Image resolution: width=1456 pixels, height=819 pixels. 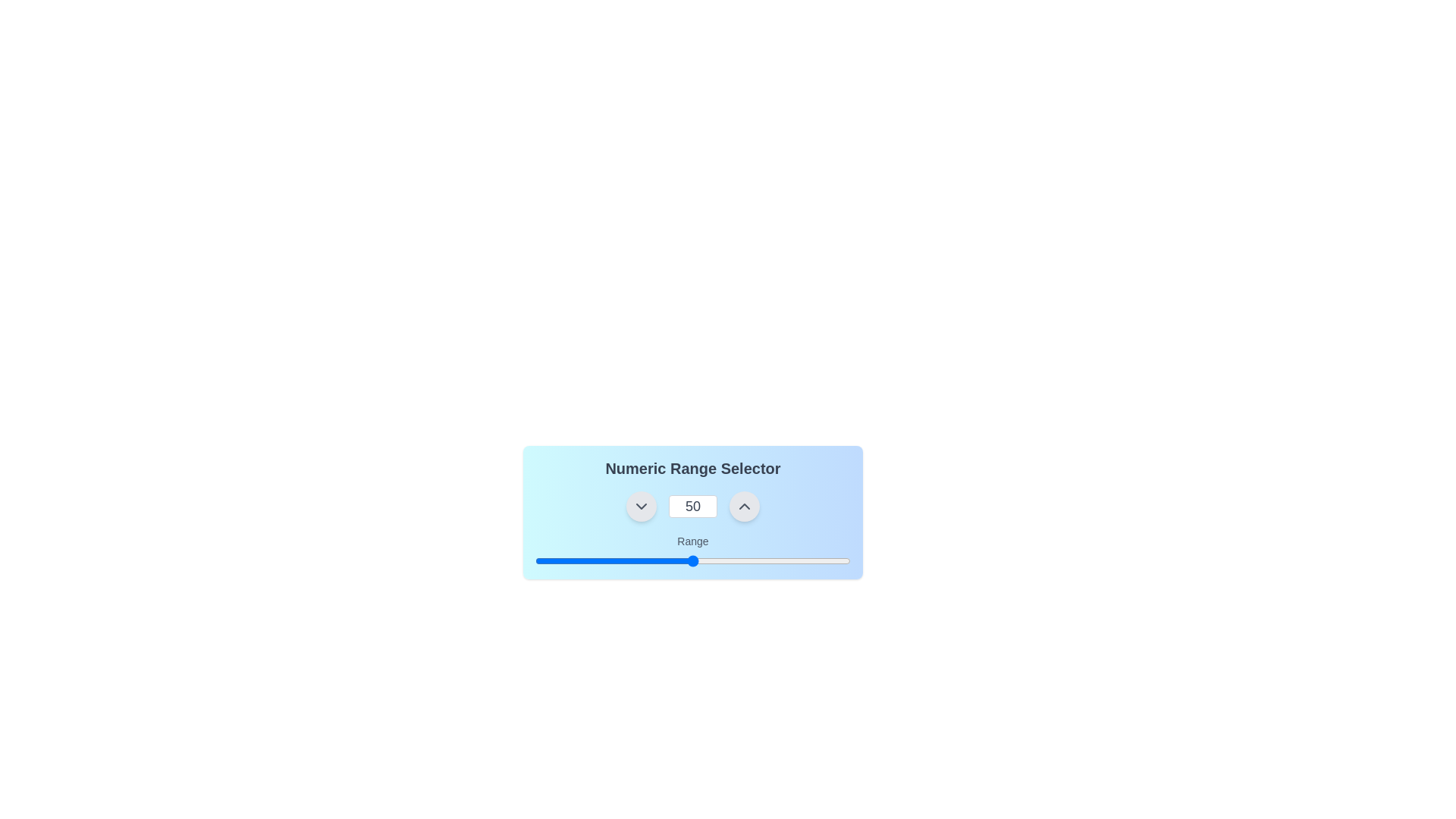 What do you see at coordinates (661, 561) in the screenshot?
I see `the slider` at bounding box center [661, 561].